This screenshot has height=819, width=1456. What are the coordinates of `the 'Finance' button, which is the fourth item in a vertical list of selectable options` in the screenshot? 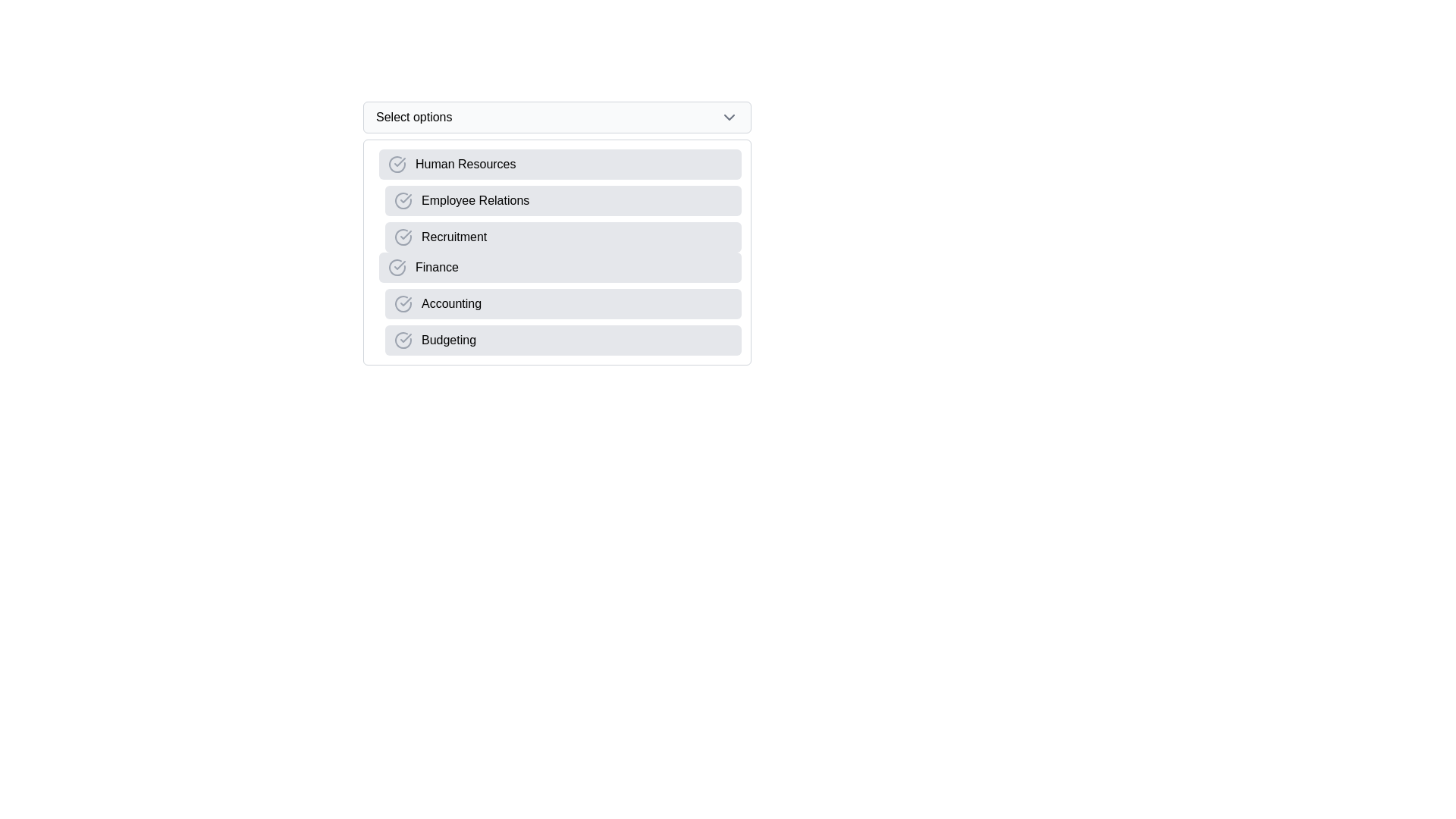 It's located at (560, 267).